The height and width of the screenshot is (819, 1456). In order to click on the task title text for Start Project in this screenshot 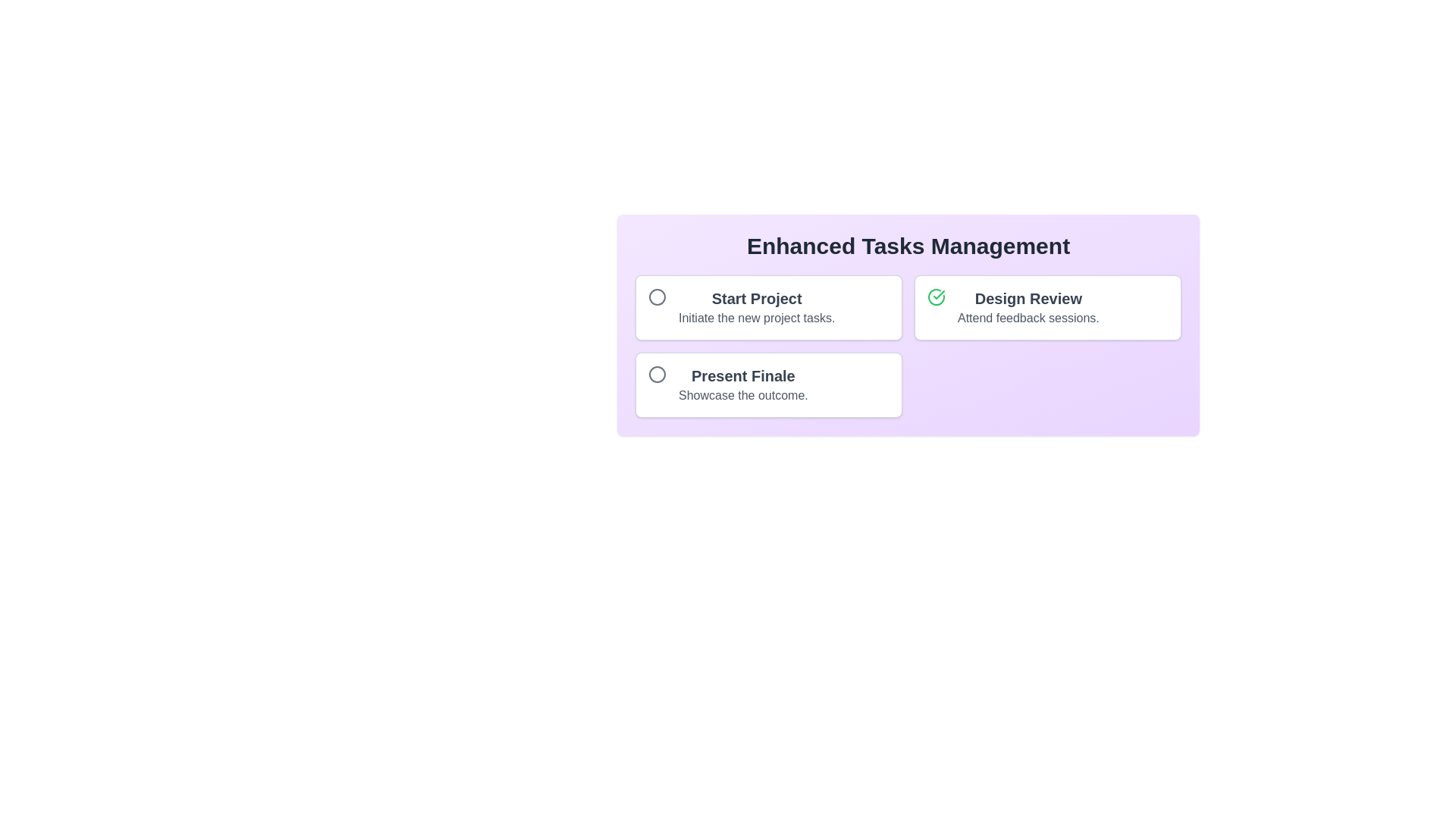, I will do `click(757, 298)`.